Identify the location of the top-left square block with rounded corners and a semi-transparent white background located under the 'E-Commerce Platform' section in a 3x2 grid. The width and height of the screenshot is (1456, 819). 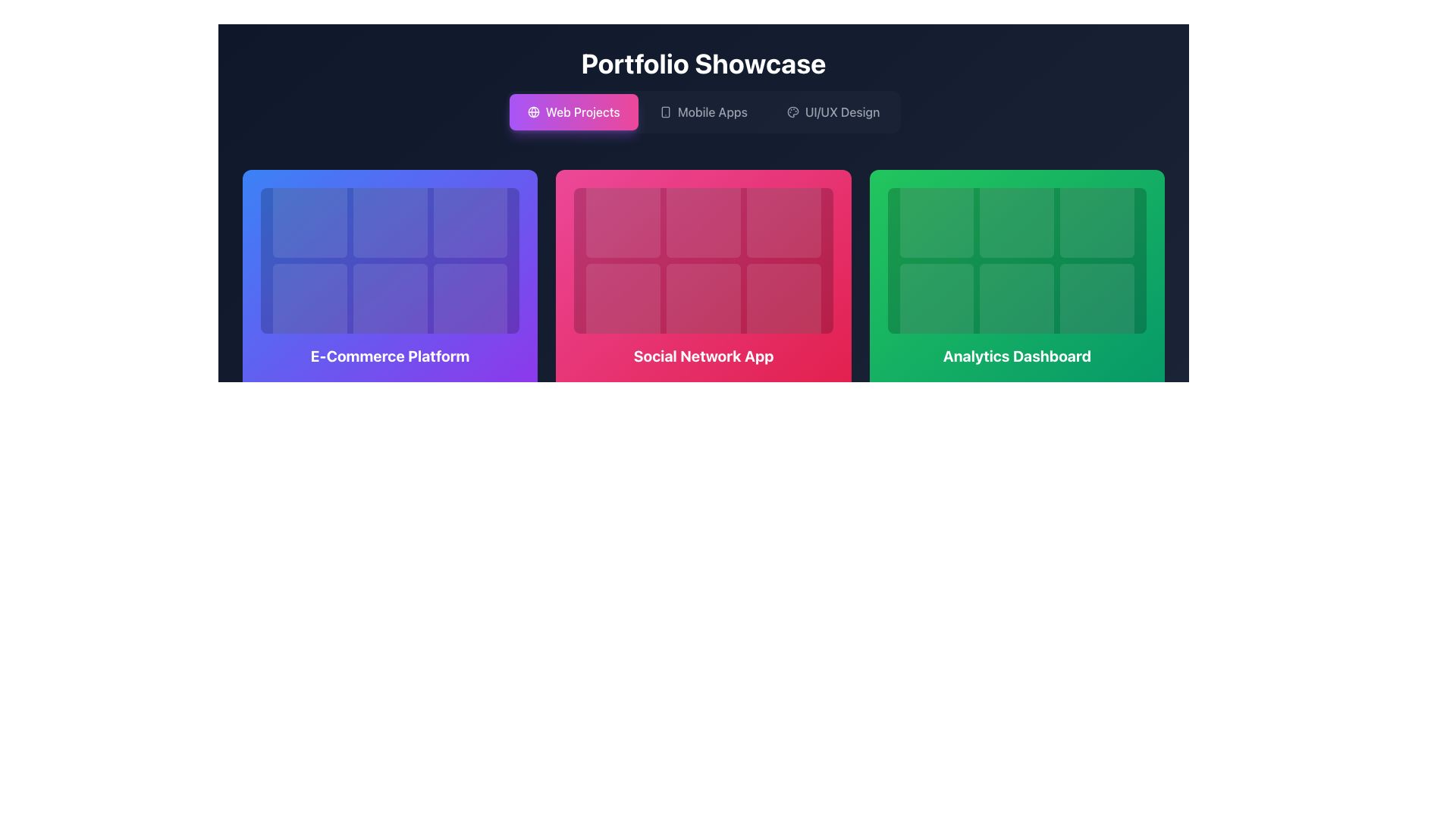
(309, 221).